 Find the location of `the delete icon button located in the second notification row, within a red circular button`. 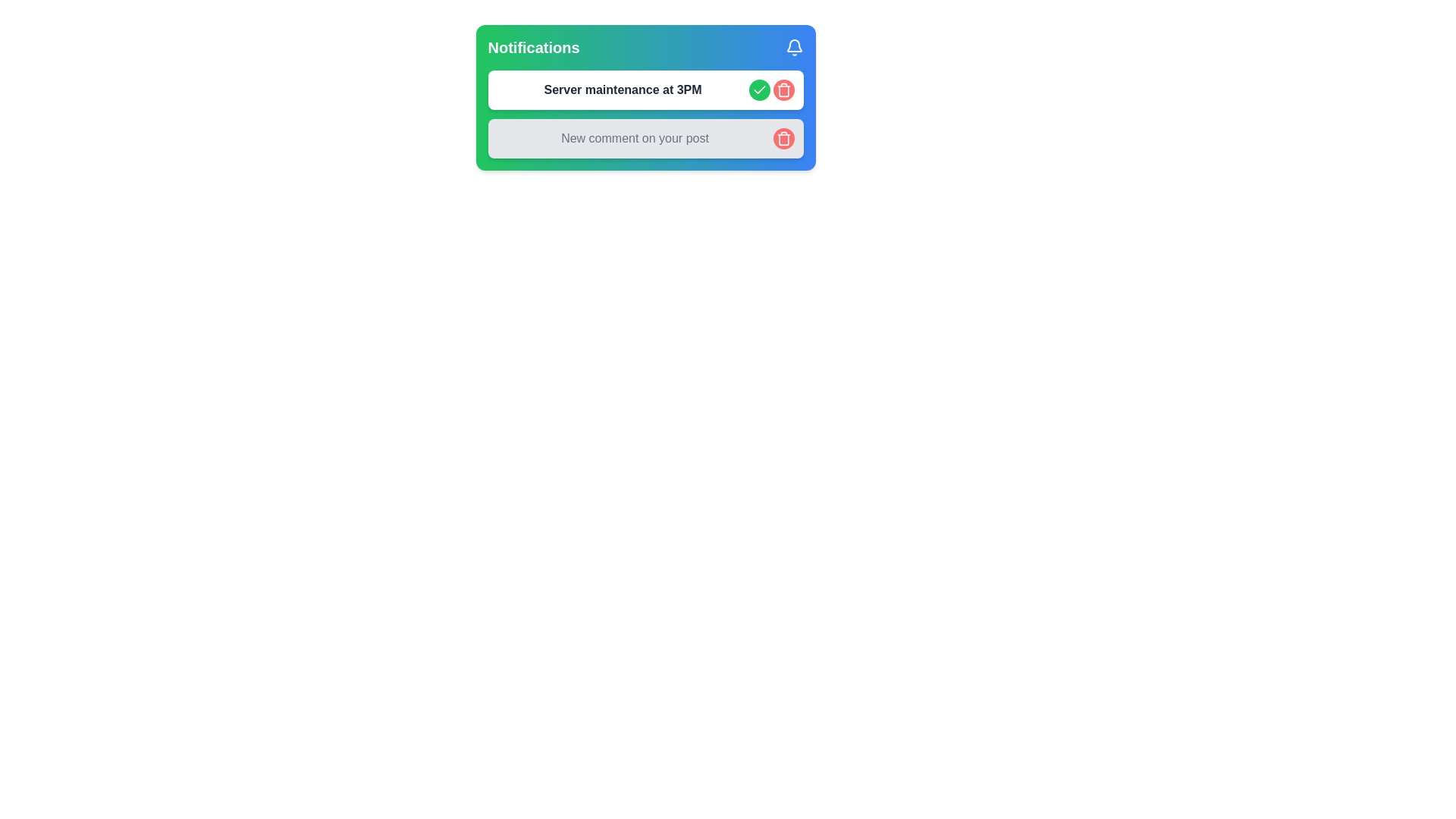

the delete icon button located in the second notification row, within a red circular button is located at coordinates (783, 90).